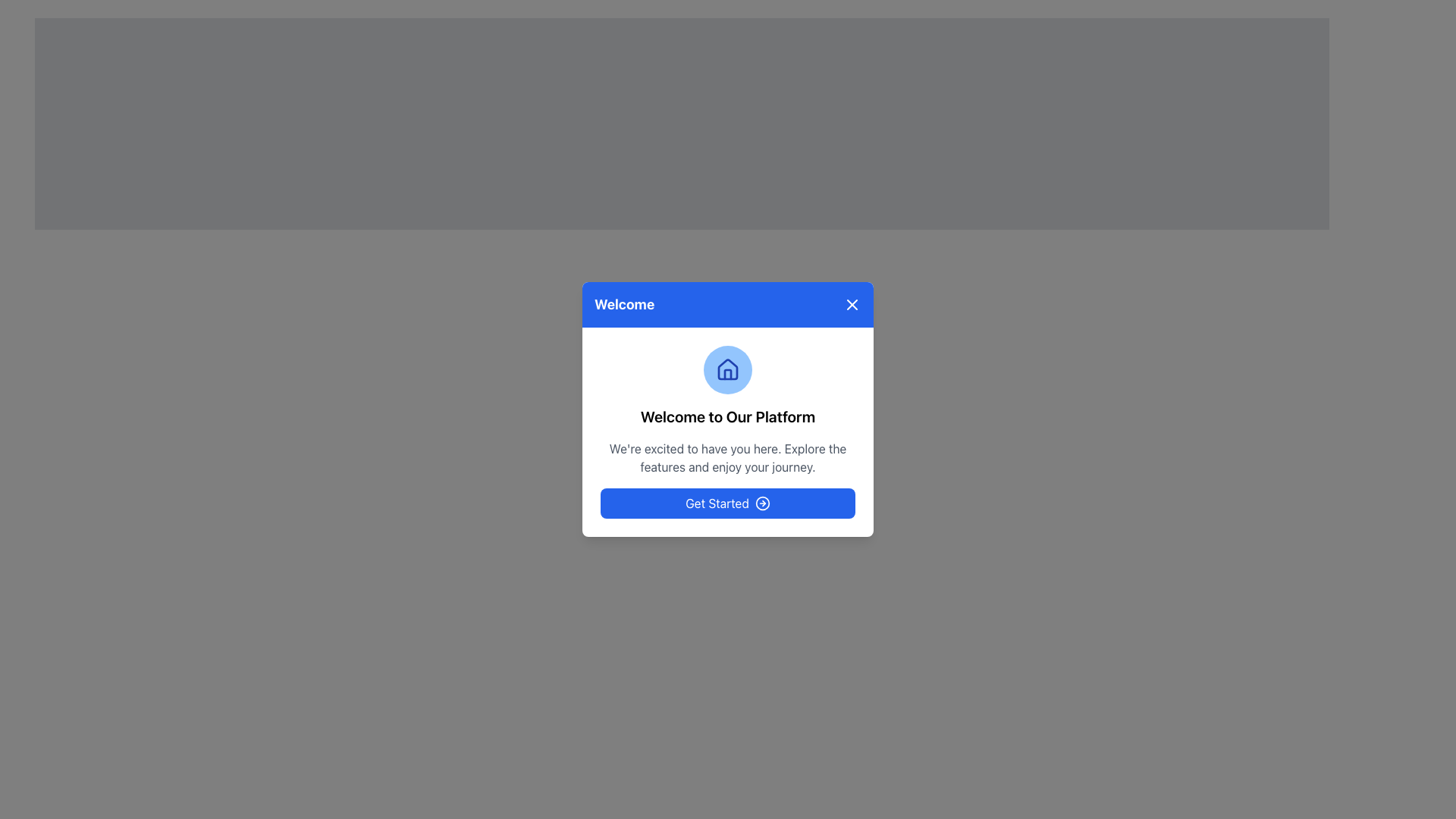  What do you see at coordinates (728, 369) in the screenshot?
I see `the house-shaped SVG icon element with a blue outline and light blue circular background, located centrally within the welcome dialog box, beneath the title 'Welcome'` at bounding box center [728, 369].